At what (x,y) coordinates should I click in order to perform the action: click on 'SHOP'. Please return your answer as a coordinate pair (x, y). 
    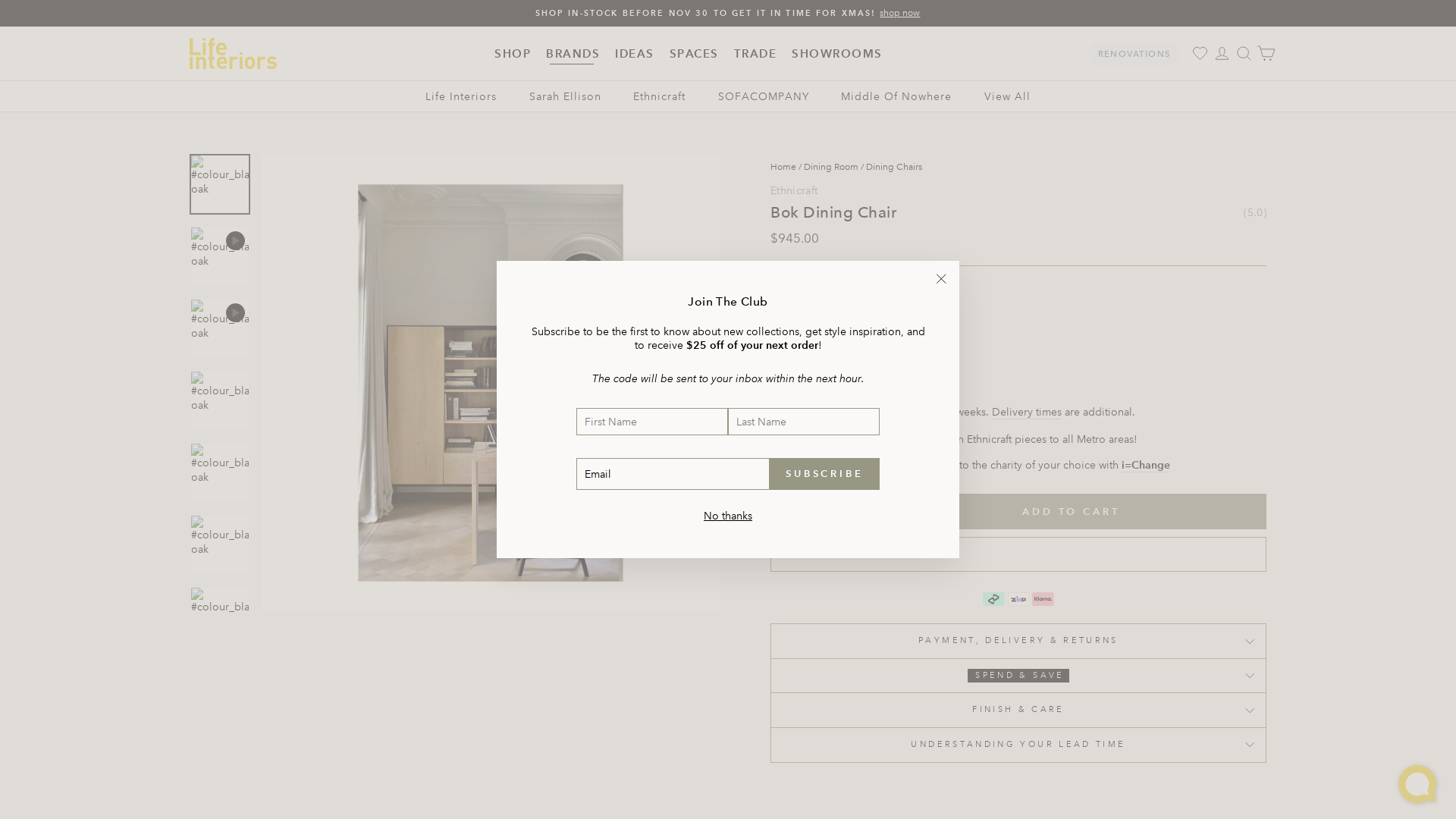
    Looking at the image, I should click on (513, 52).